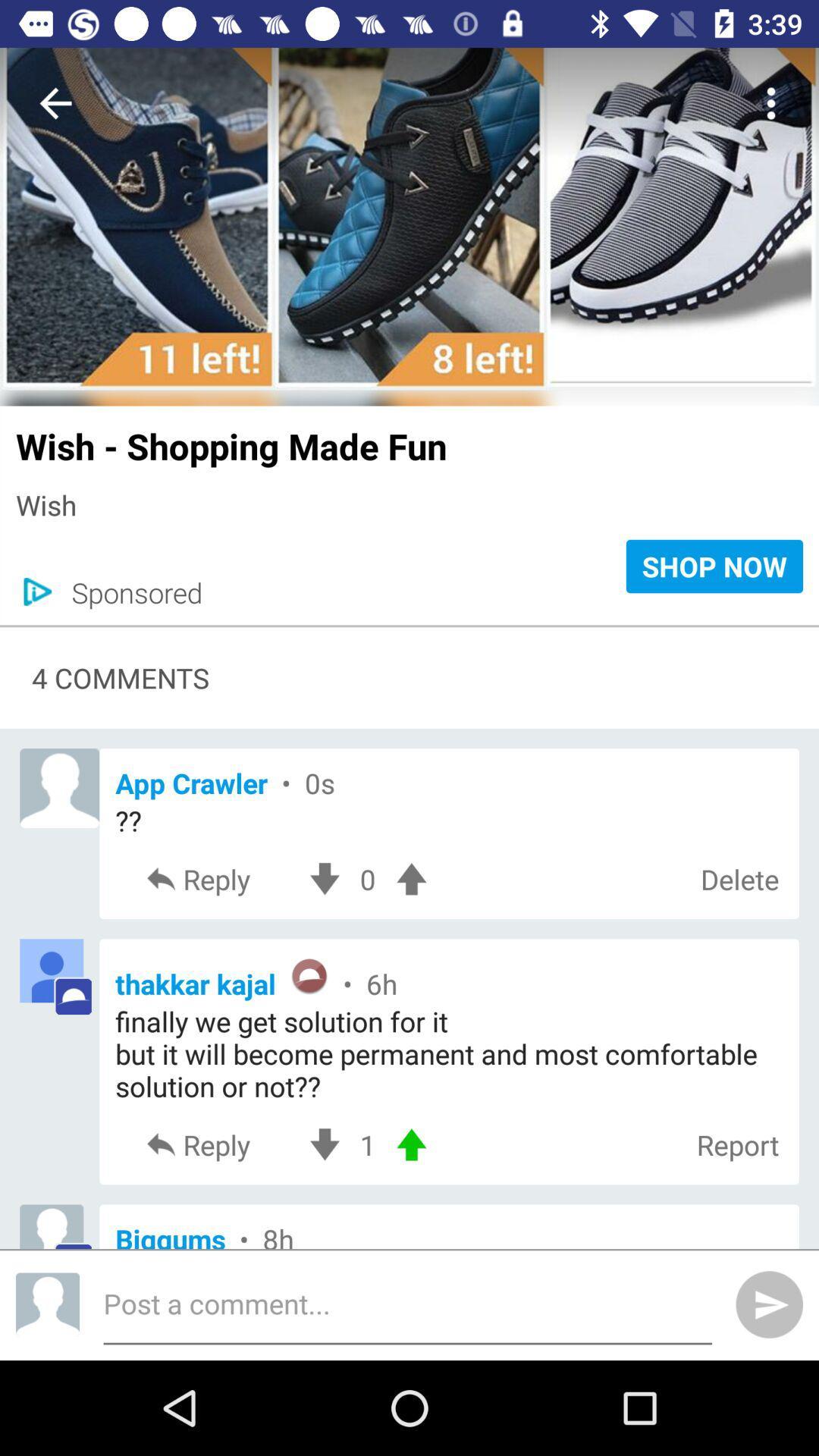 This screenshot has height=1456, width=819. I want to click on the sponsored icon, so click(128, 591).